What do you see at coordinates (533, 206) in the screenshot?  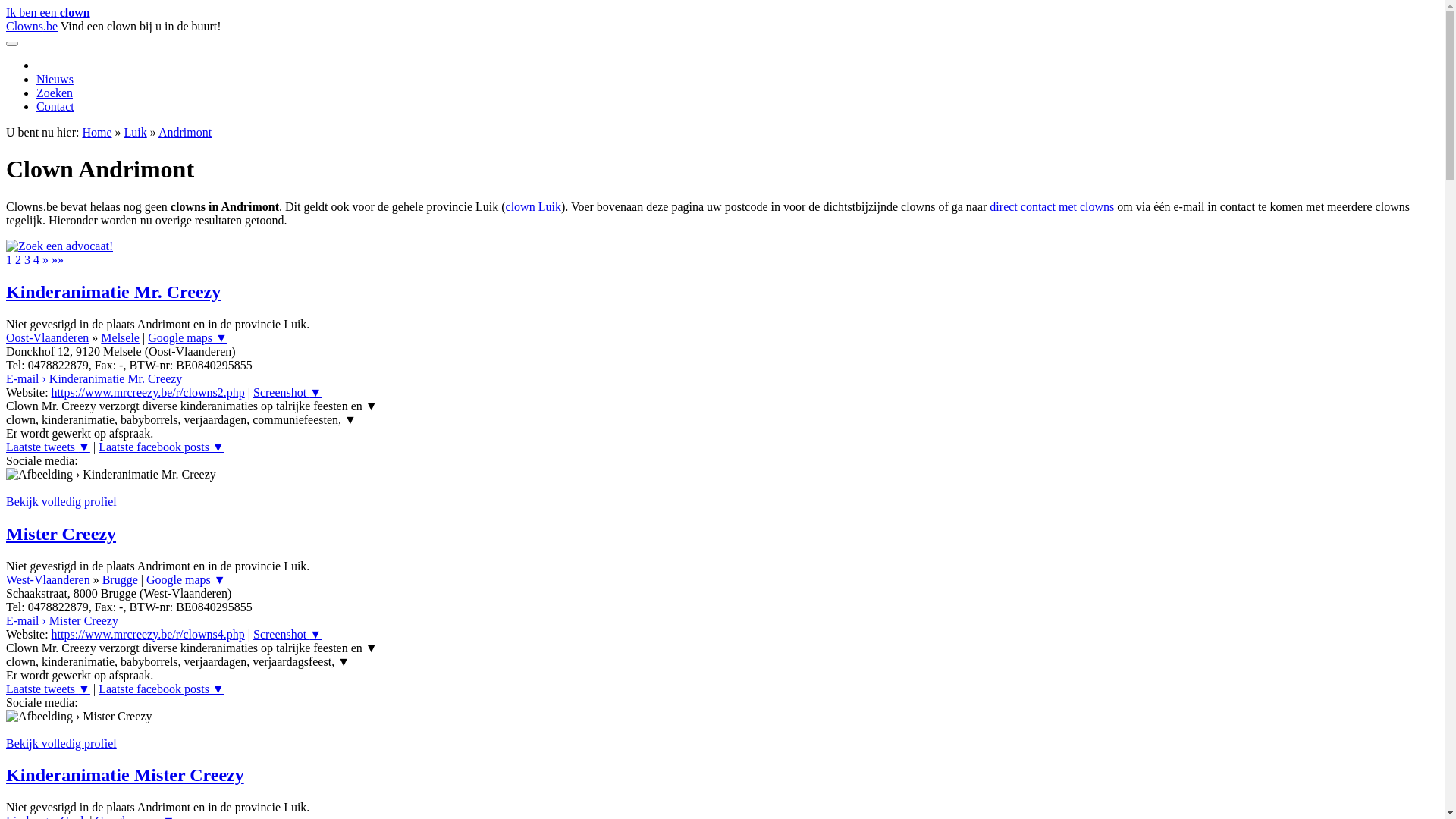 I see `'clown Luik'` at bounding box center [533, 206].